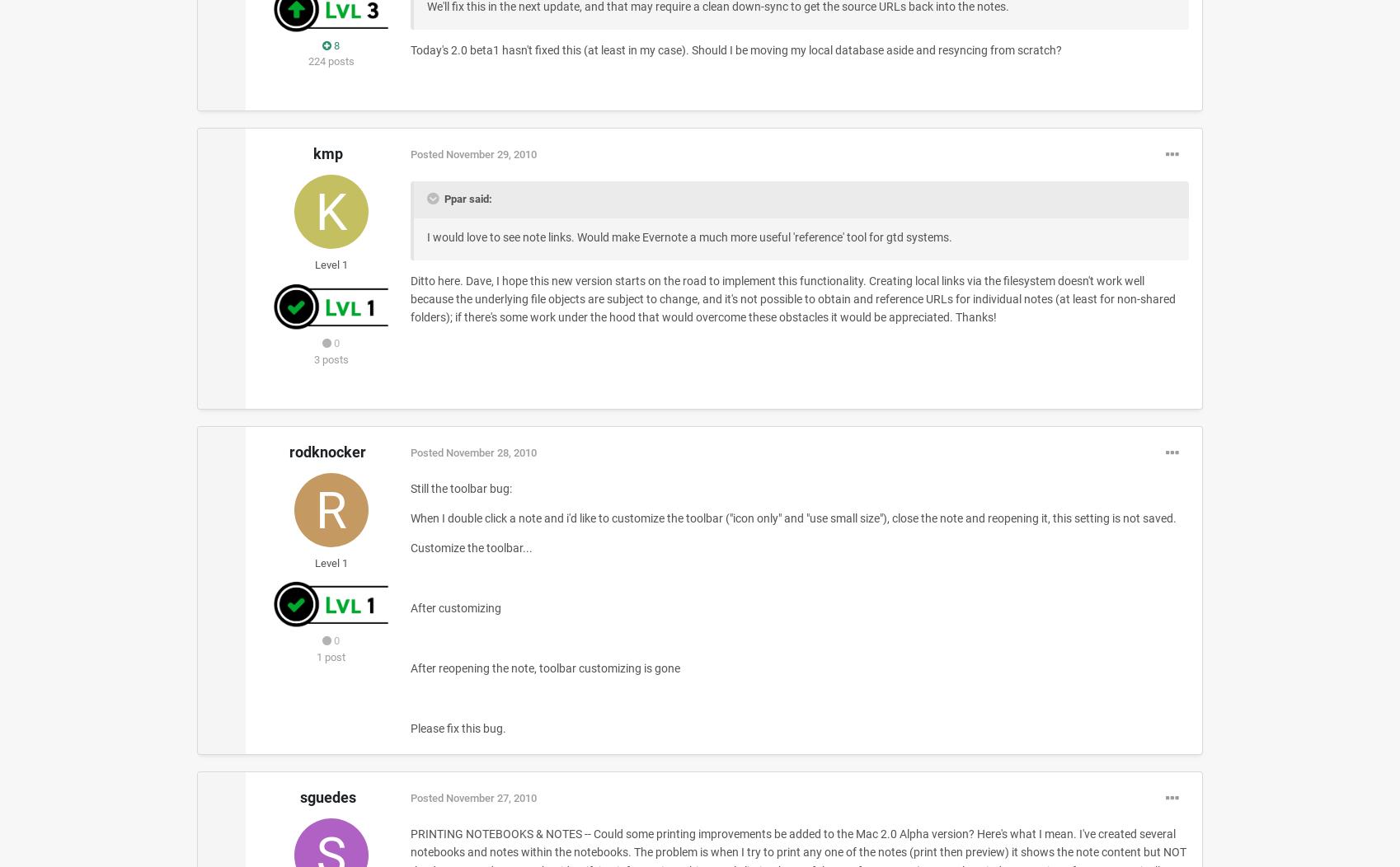  What do you see at coordinates (717, 6) in the screenshot?
I see `'We'll fix this in the next update, and that may require a clean down-sync to get the source URLs back into the notes.'` at bounding box center [717, 6].